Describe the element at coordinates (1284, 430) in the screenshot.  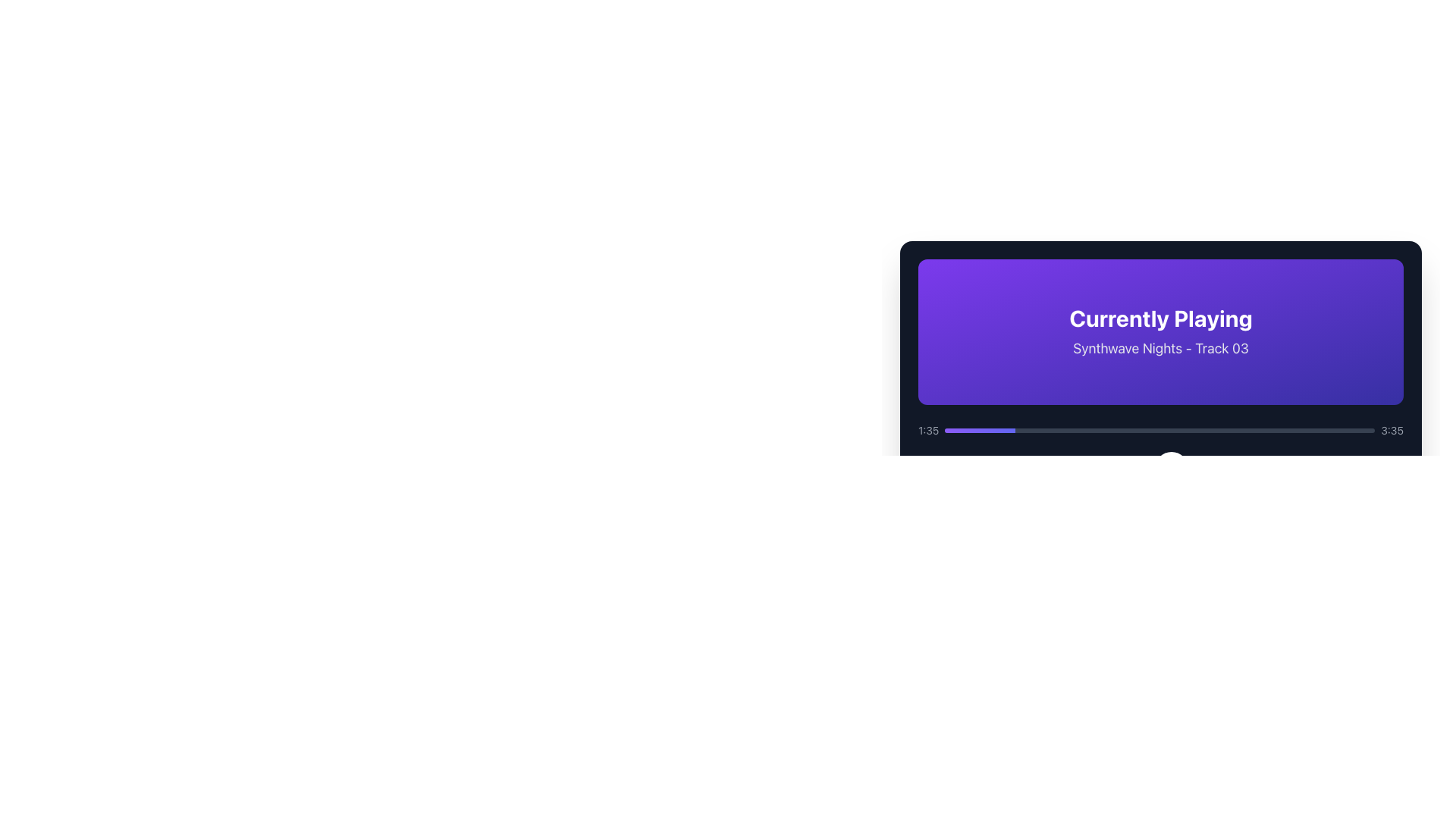
I see `the playback progress` at that location.